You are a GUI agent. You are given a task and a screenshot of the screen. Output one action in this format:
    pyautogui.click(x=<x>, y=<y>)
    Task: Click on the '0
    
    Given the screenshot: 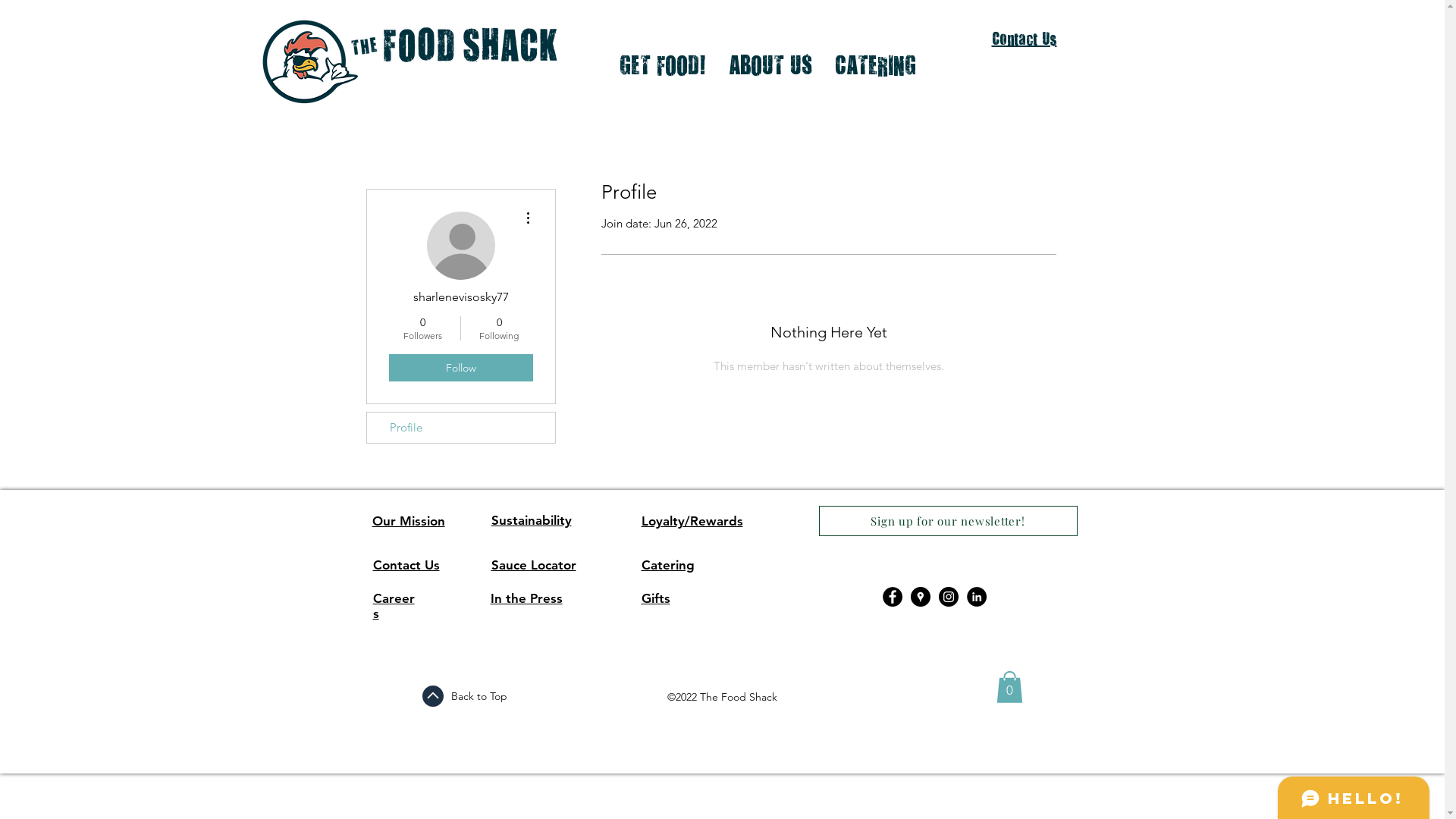 What is the action you would take?
    pyautogui.click(x=499, y=327)
    